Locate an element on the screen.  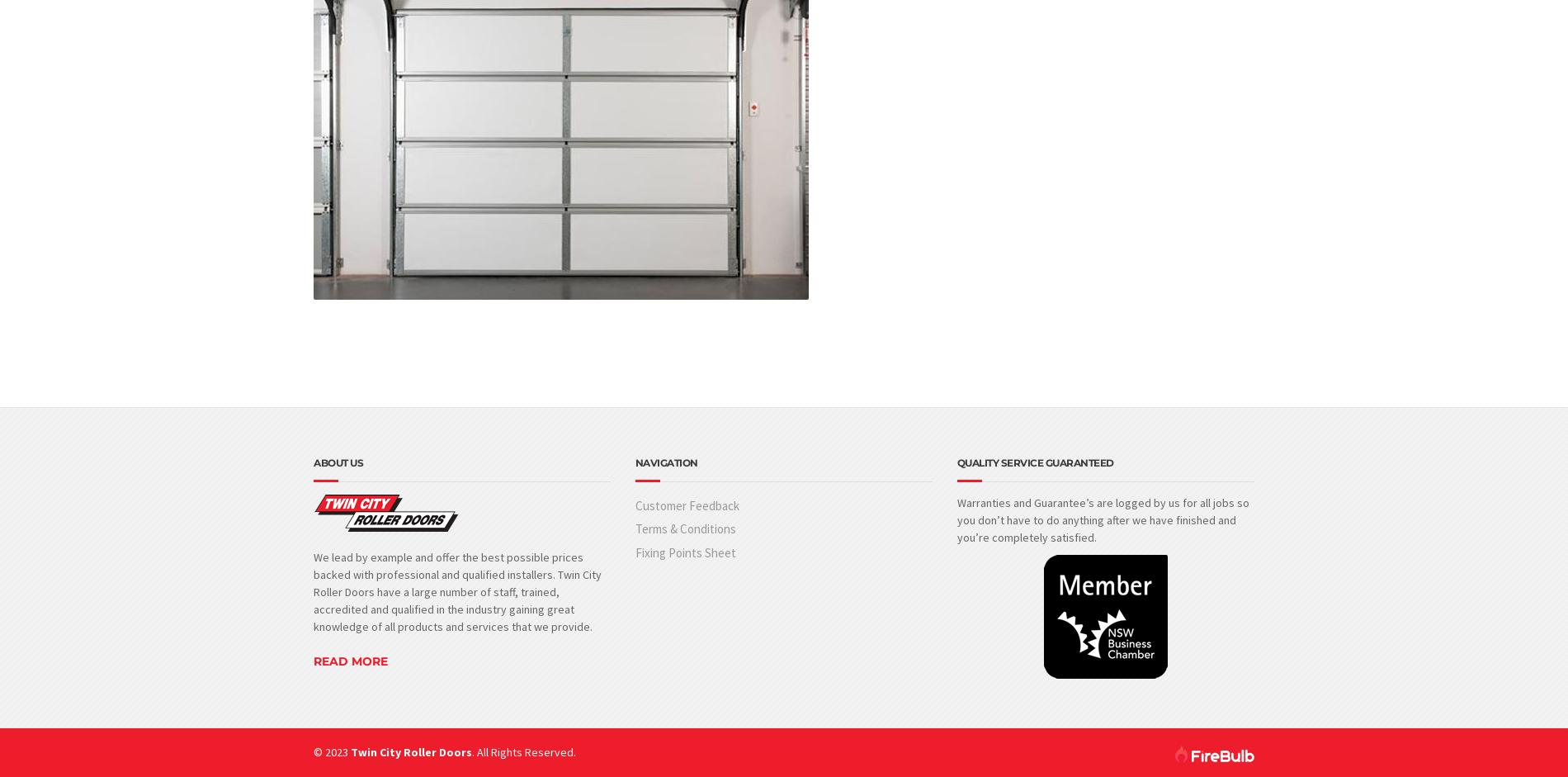
'QUALITY SERVICE GUARANTEED' is located at coordinates (1034, 462).